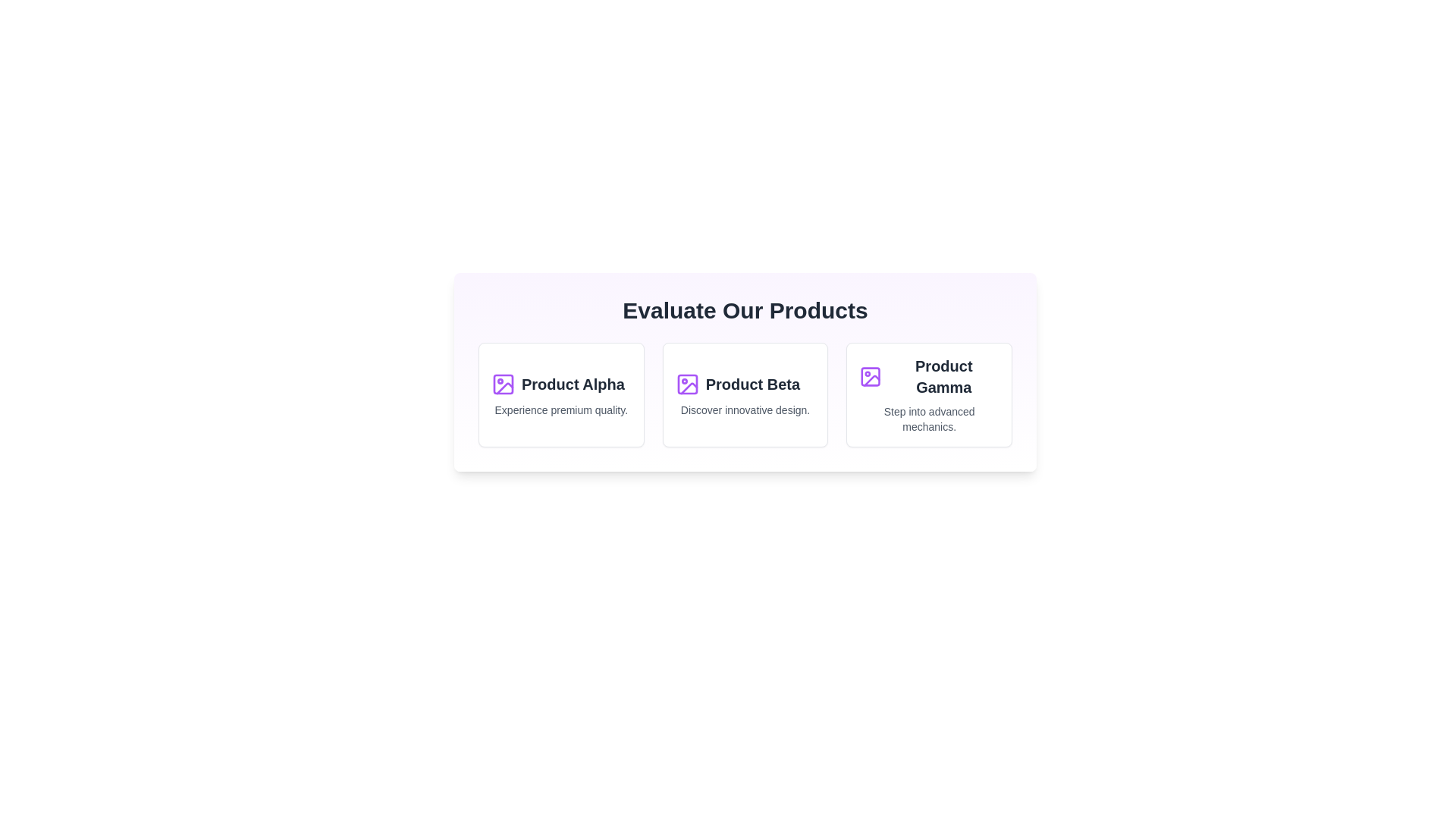  Describe the element at coordinates (745, 383) in the screenshot. I see `title text element which identifies the product as 'Product Beta', positioned centrally among three horizontally aligned product cards` at that location.